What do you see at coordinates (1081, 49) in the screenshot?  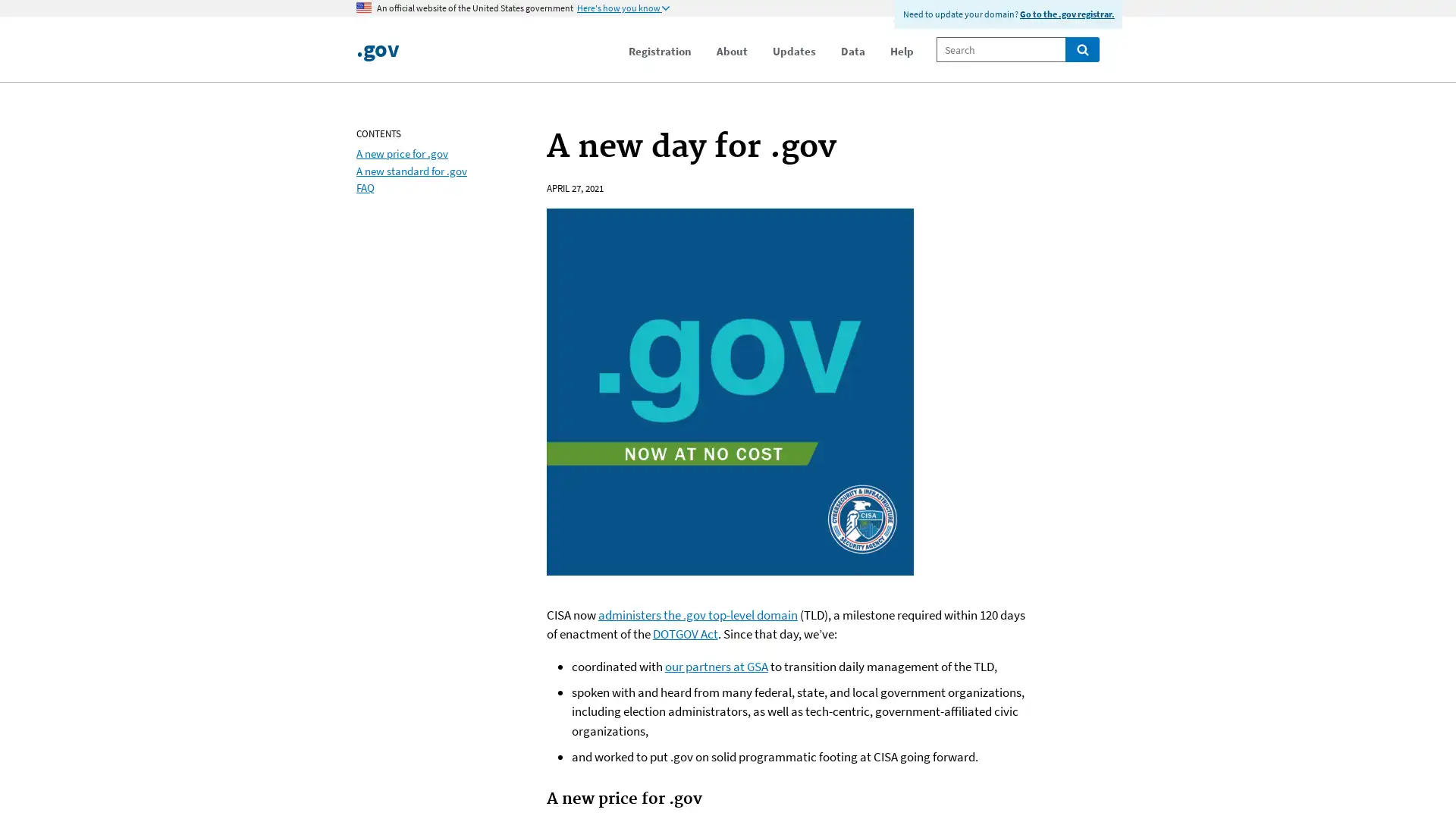 I see `Search` at bounding box center [1081, 49].